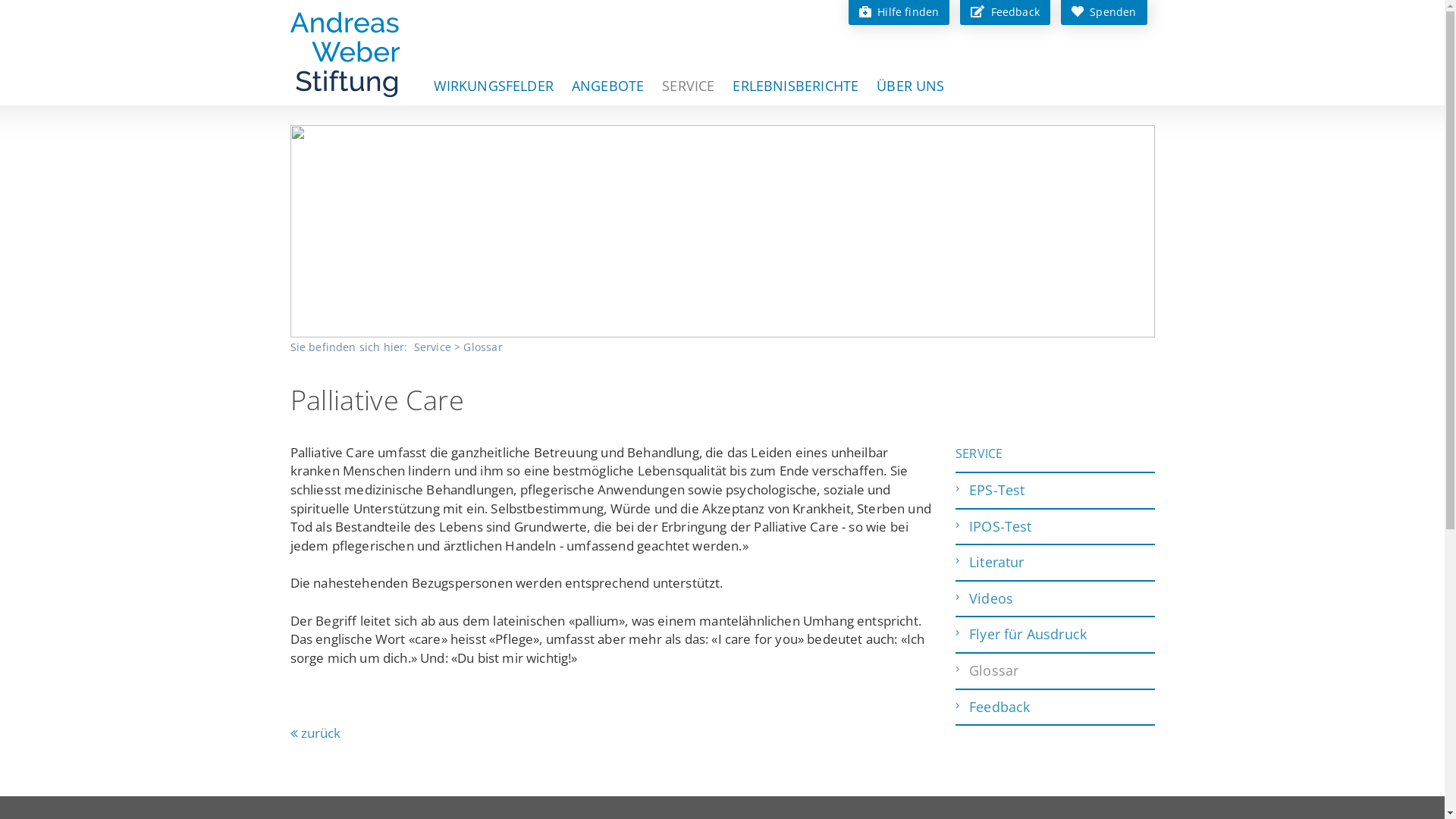 The height and width of the screenshot is (819, 1456). I want to click on 'Glossar', so click(482, 347).